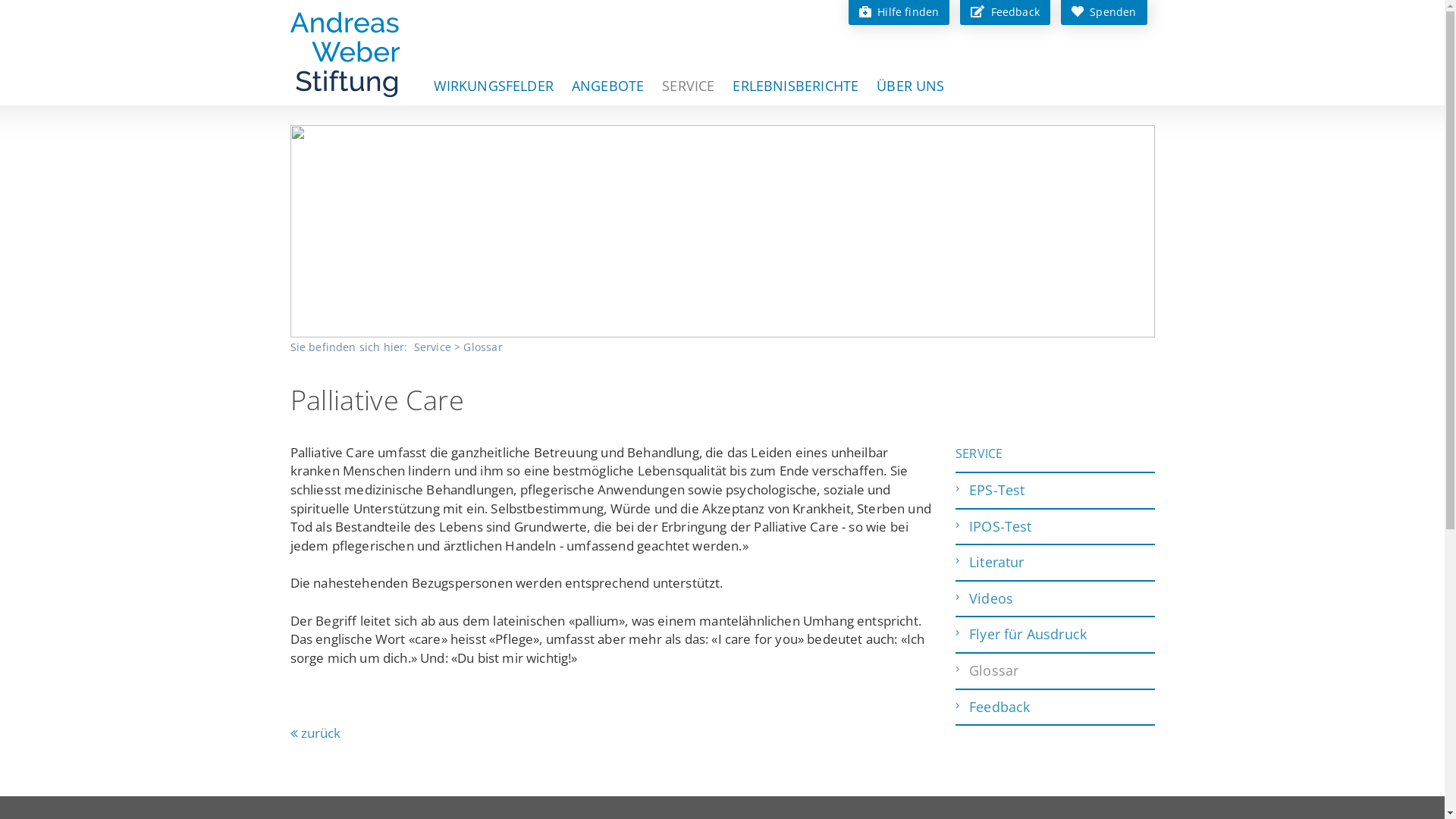 The height and width of the screenshot is (819, 1456). I want to click on 'Glossar', so click(482, 347).